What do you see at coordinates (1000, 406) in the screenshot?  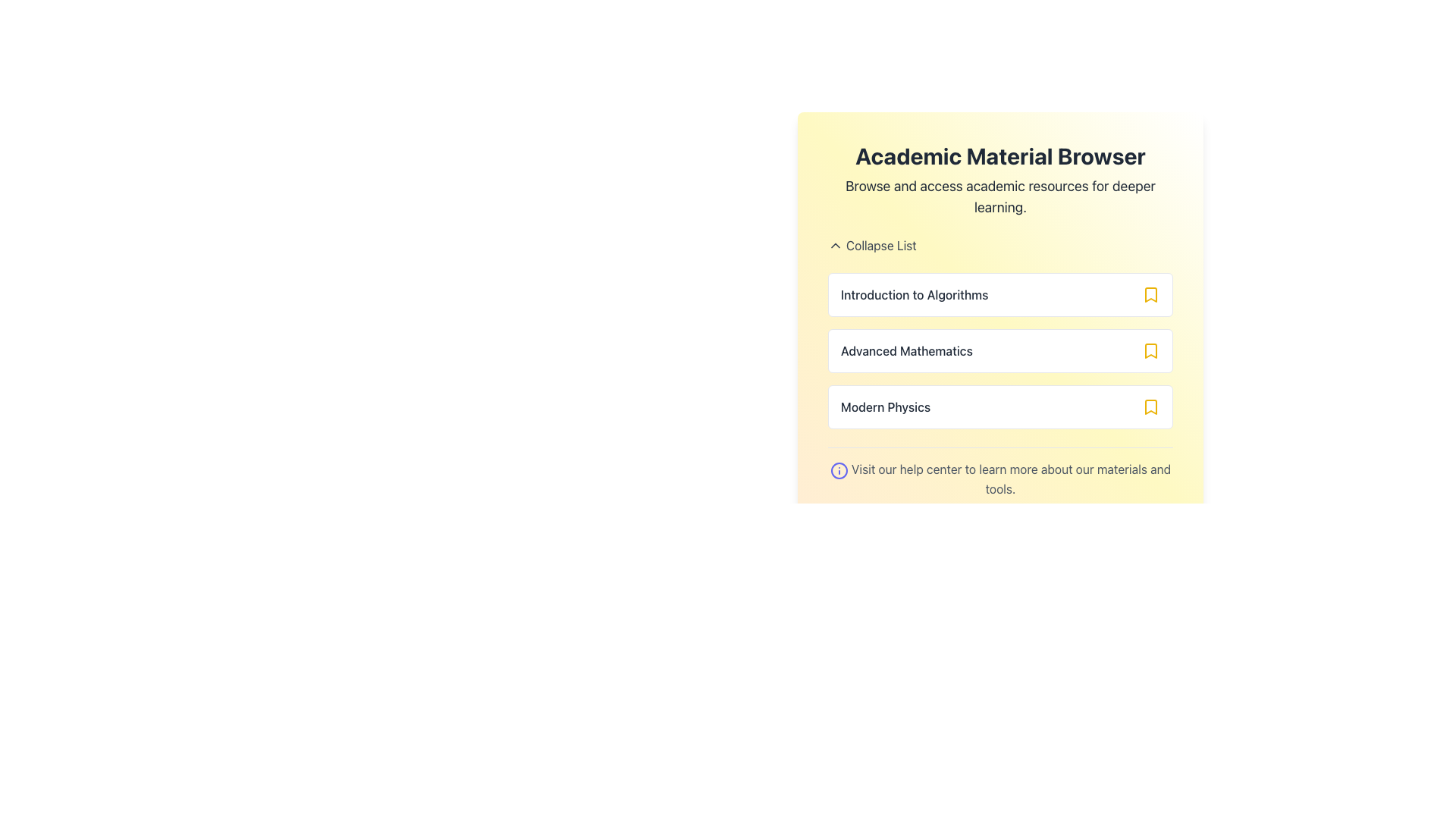 I see `the selectable list item labeled 'Modern Physics' in the Academic Material Browser to bookmark or unbookmark it` at bounding box center [1000, 406].